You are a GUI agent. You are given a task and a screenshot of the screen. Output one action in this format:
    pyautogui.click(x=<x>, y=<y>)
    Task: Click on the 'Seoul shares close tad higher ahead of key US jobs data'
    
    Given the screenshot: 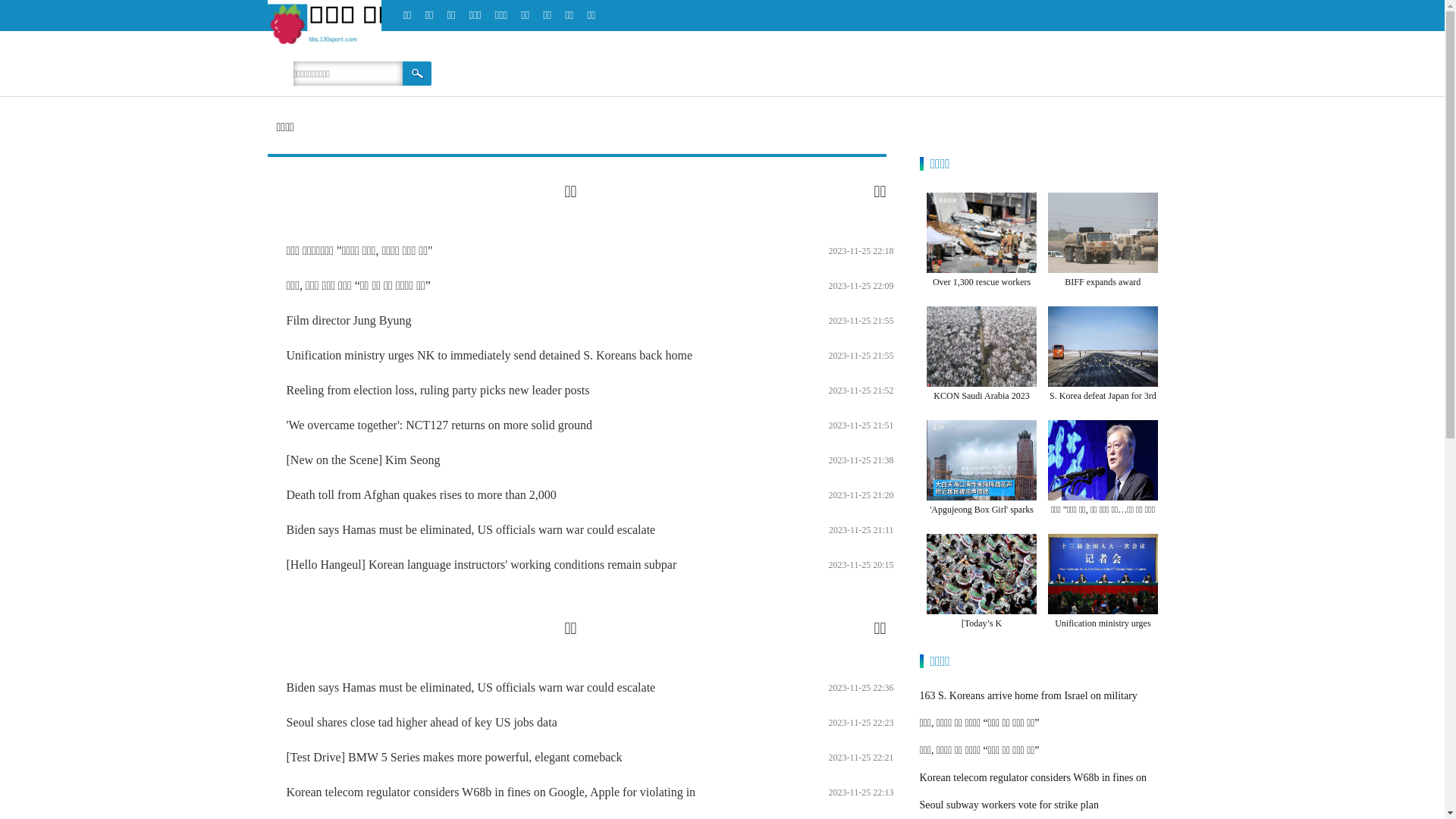 What is the action you would take?
    pyautogui.click(x=422, y=721)
    